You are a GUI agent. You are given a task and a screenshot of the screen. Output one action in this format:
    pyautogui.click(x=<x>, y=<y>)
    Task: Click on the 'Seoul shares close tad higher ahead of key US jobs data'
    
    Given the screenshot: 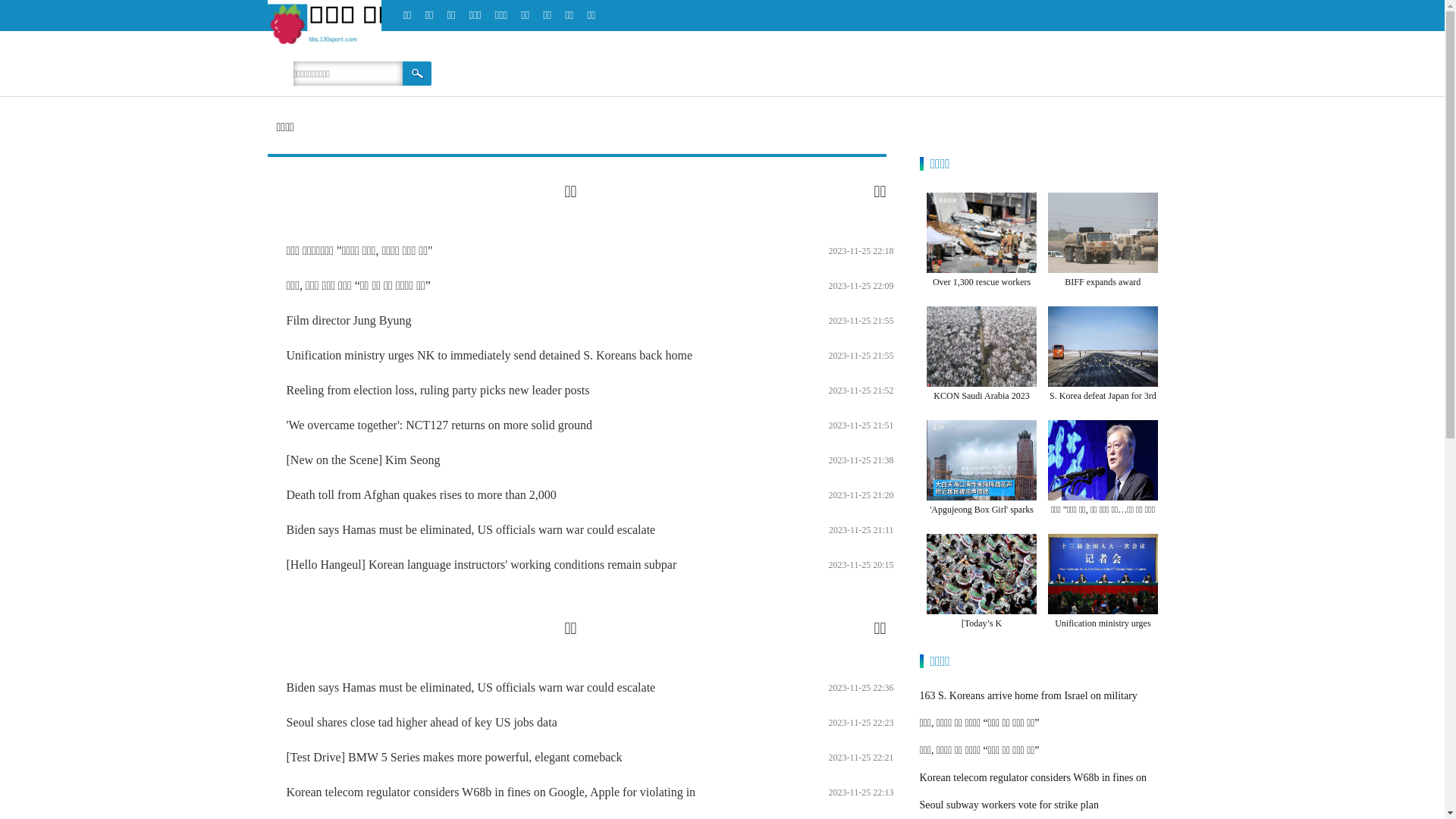 What is the action you would take?
    pyautogui.click(x=422, y=721)
    